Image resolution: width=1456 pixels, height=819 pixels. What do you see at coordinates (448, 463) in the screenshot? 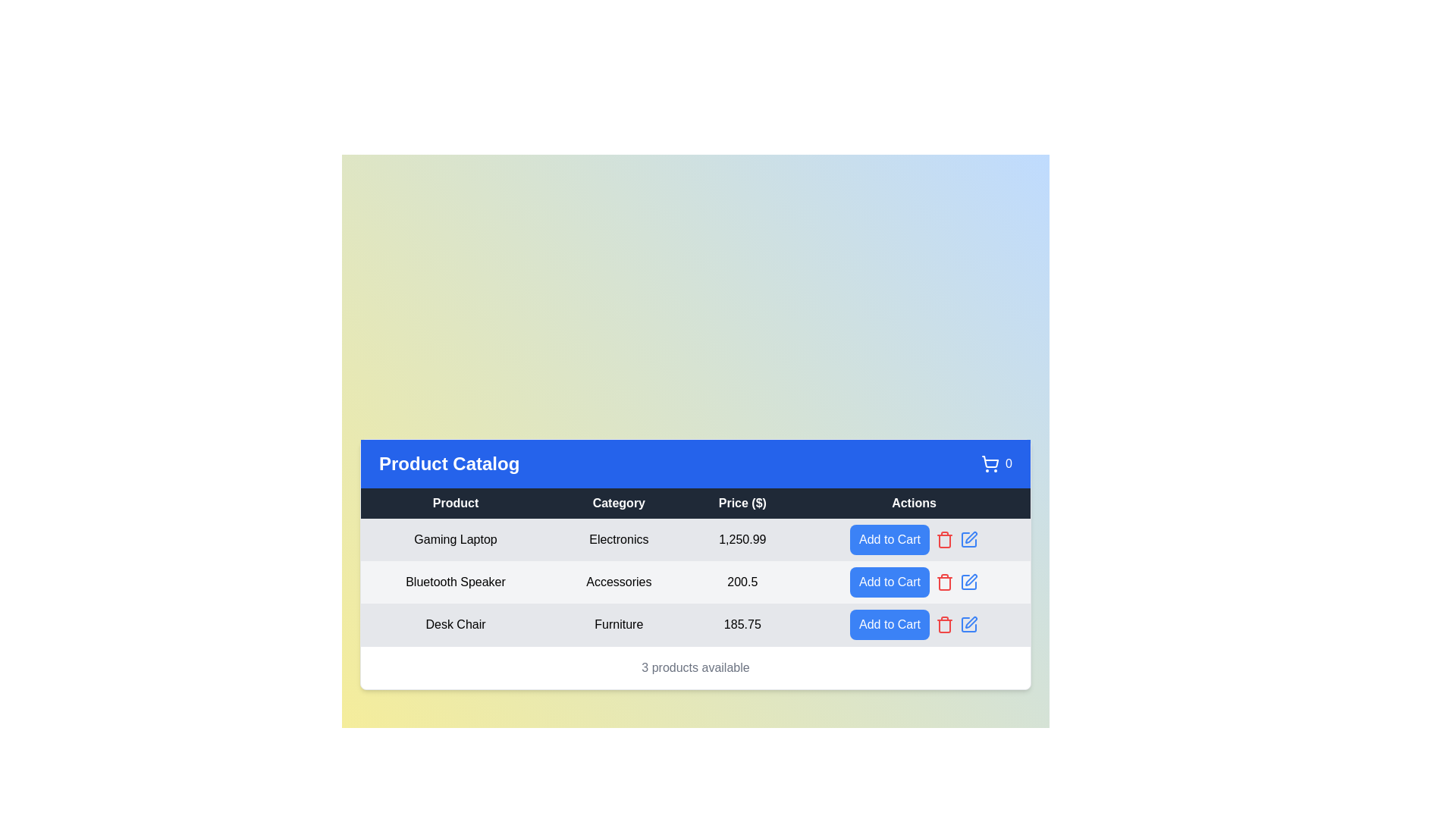
I see `the Text Label that serves as a title or heading for the page section, located on the left side of the navigation bar at the top of the content section` at bounding box center [448, 463].